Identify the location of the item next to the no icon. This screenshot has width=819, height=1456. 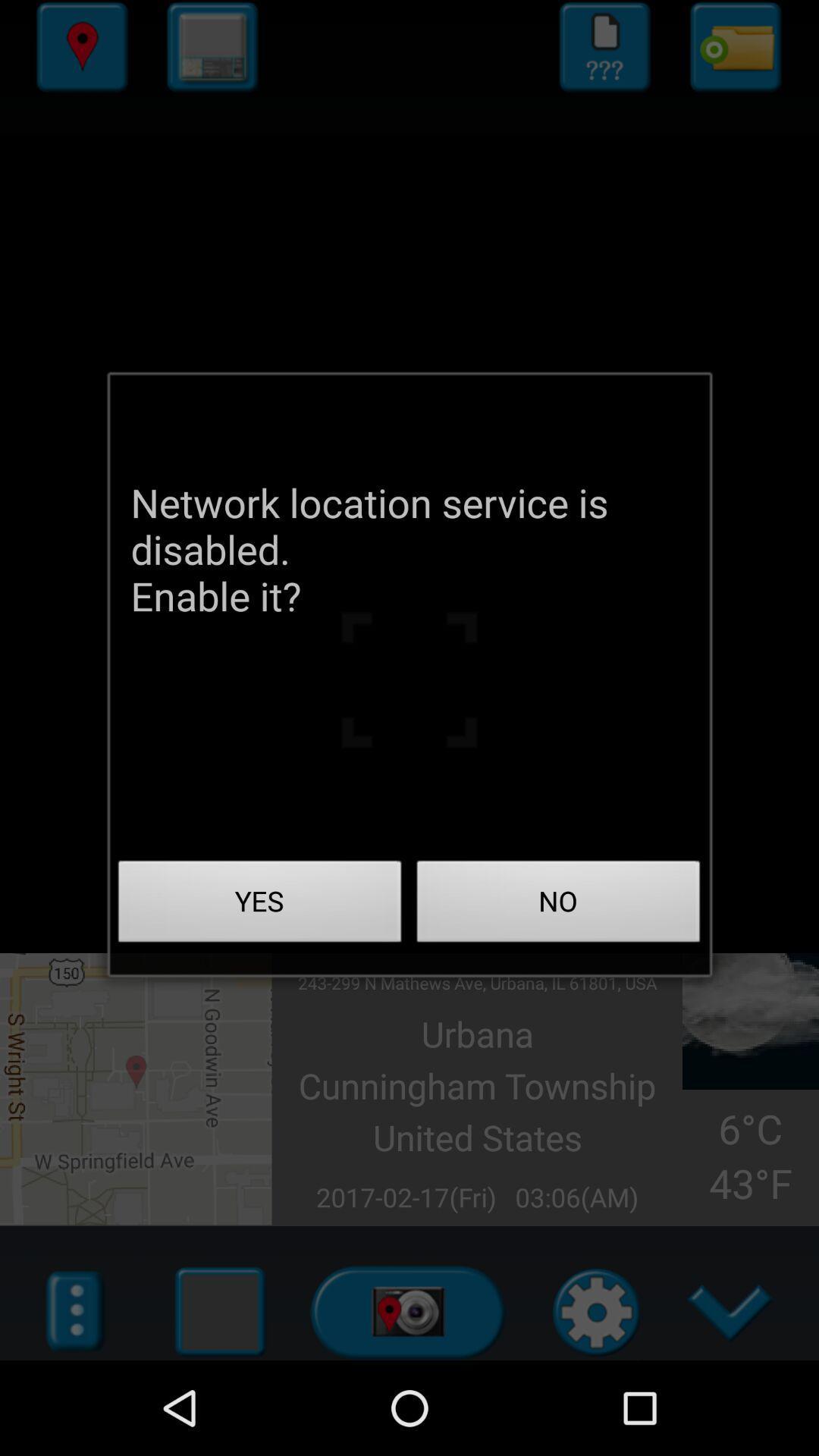
(259, 905).